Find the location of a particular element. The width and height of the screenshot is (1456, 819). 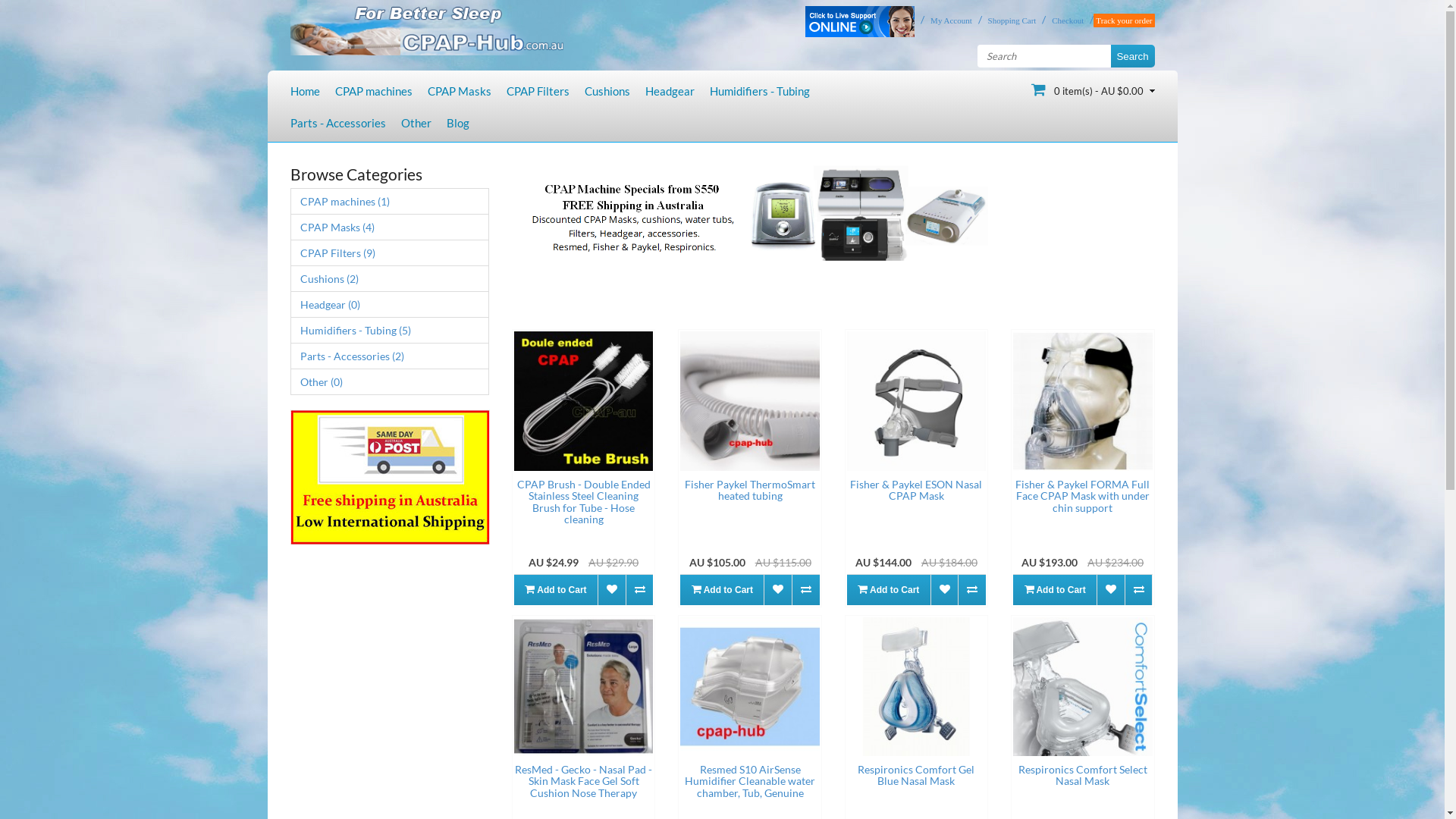

'Respironics Comfort Select Nasal Mask' is located at coordinates (1081, 775).